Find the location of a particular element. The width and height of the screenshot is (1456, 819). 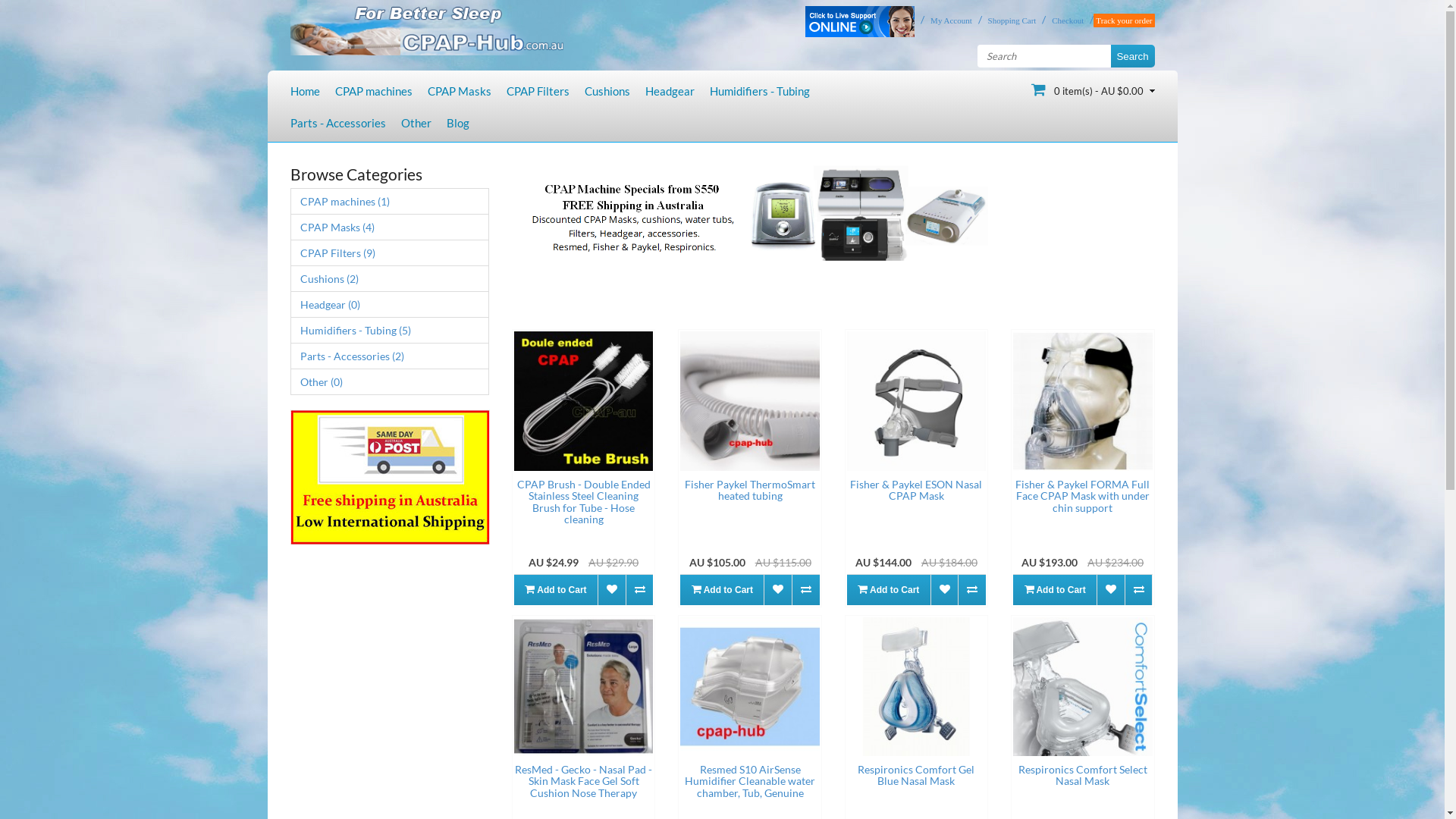

'Respironics Comfort Select Nasal Mask' is located at coordinates (1081, 775).